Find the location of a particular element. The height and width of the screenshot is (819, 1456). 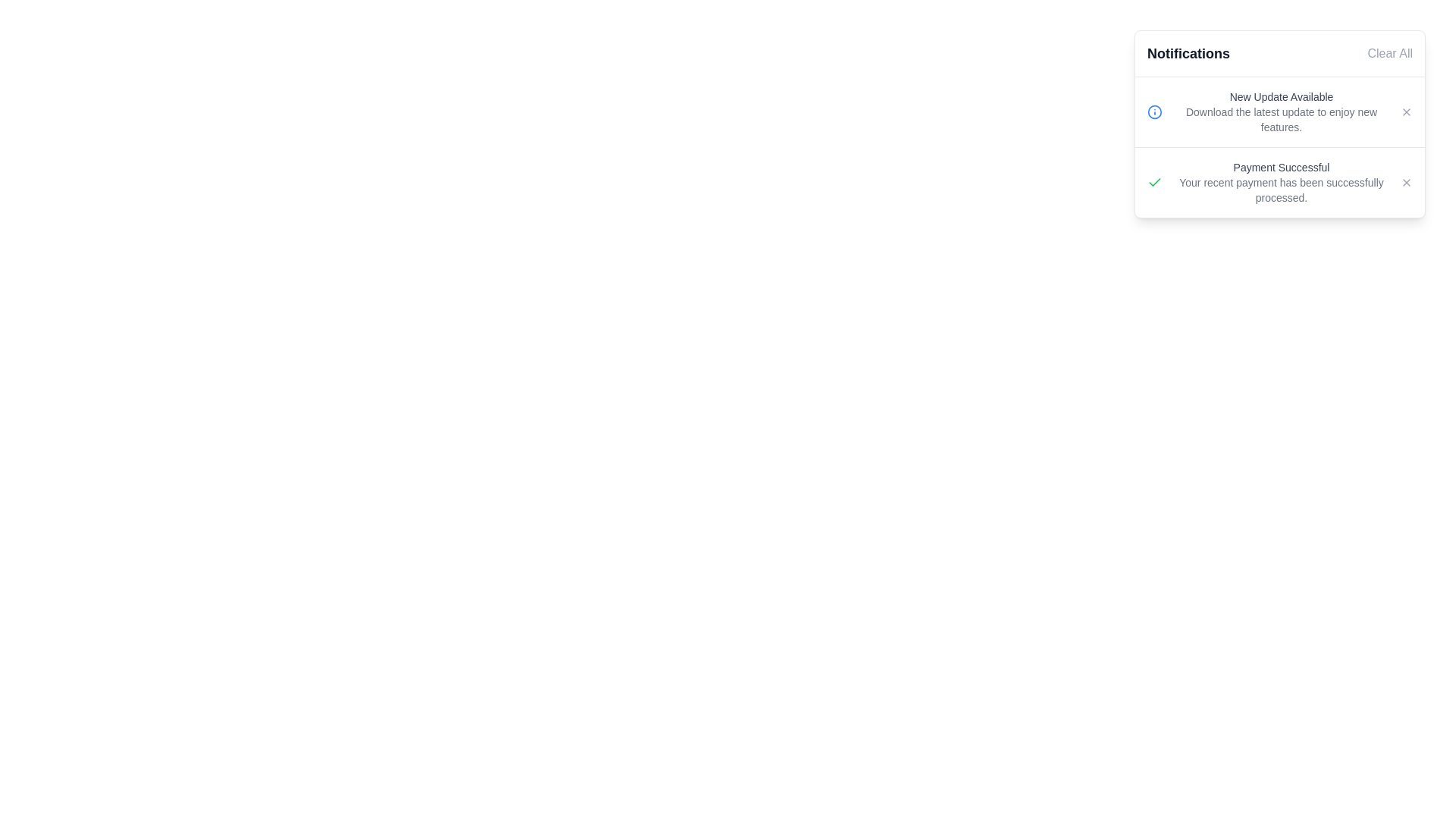

text displayed in the notification panel stating, 'Your recent payment has been successfully processed.' which is located just beneath the 'Payment Successful' heading is located at coordinates (1280, 189).